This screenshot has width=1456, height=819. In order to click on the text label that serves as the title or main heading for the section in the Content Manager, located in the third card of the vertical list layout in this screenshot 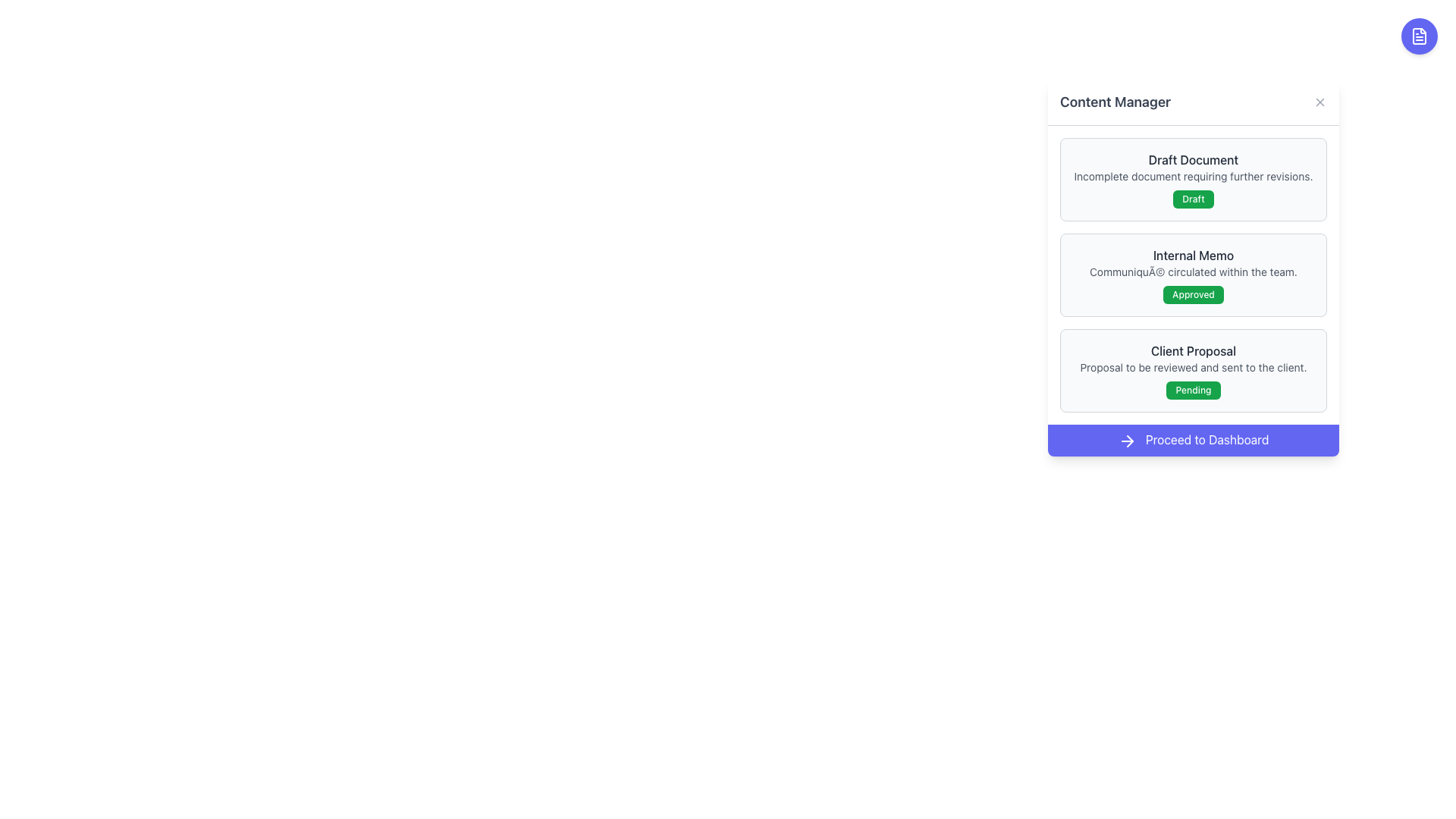, I will do `click(1193, 350)`.